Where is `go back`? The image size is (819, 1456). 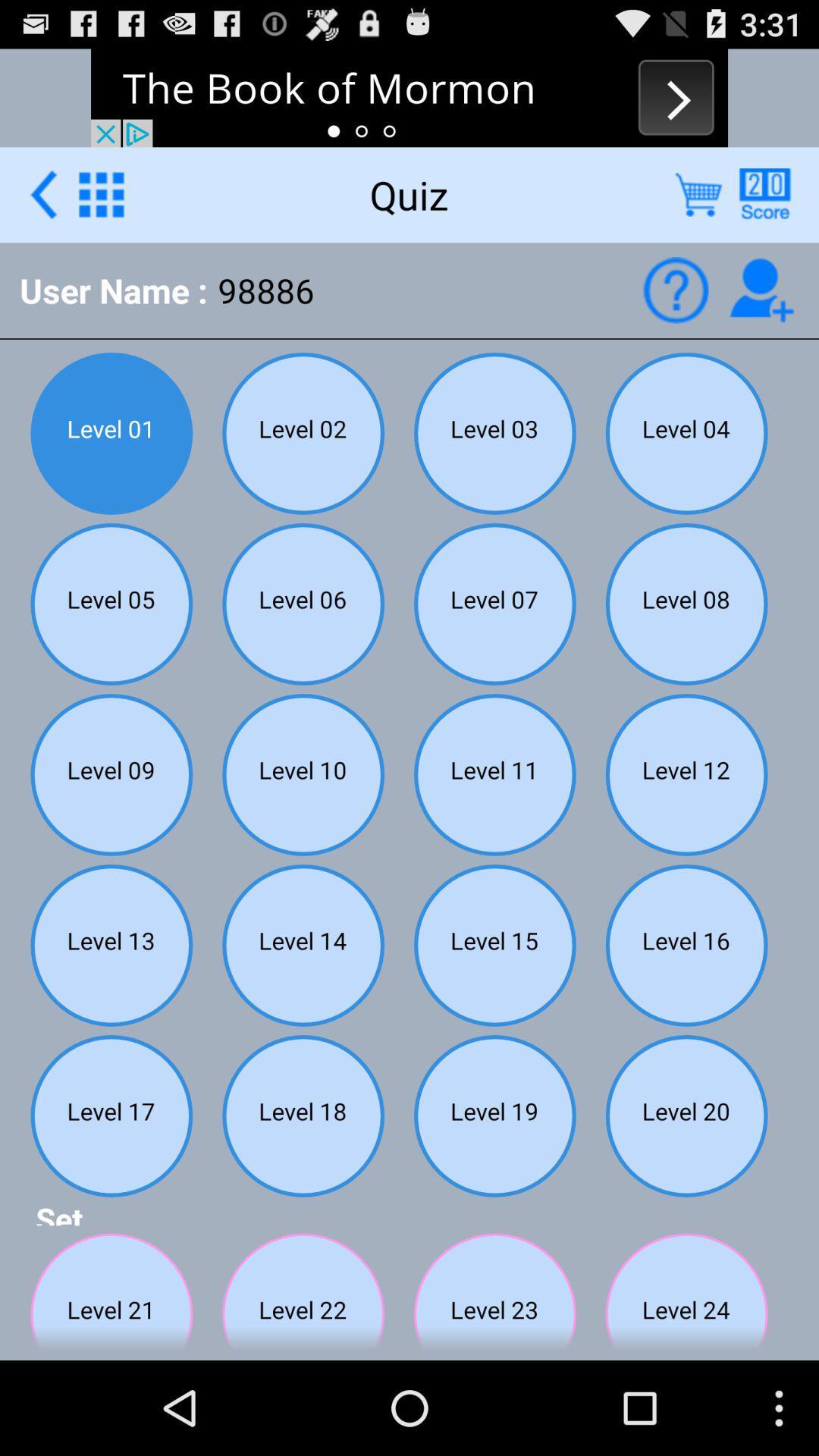 go back is located at coordinates (42, 193).